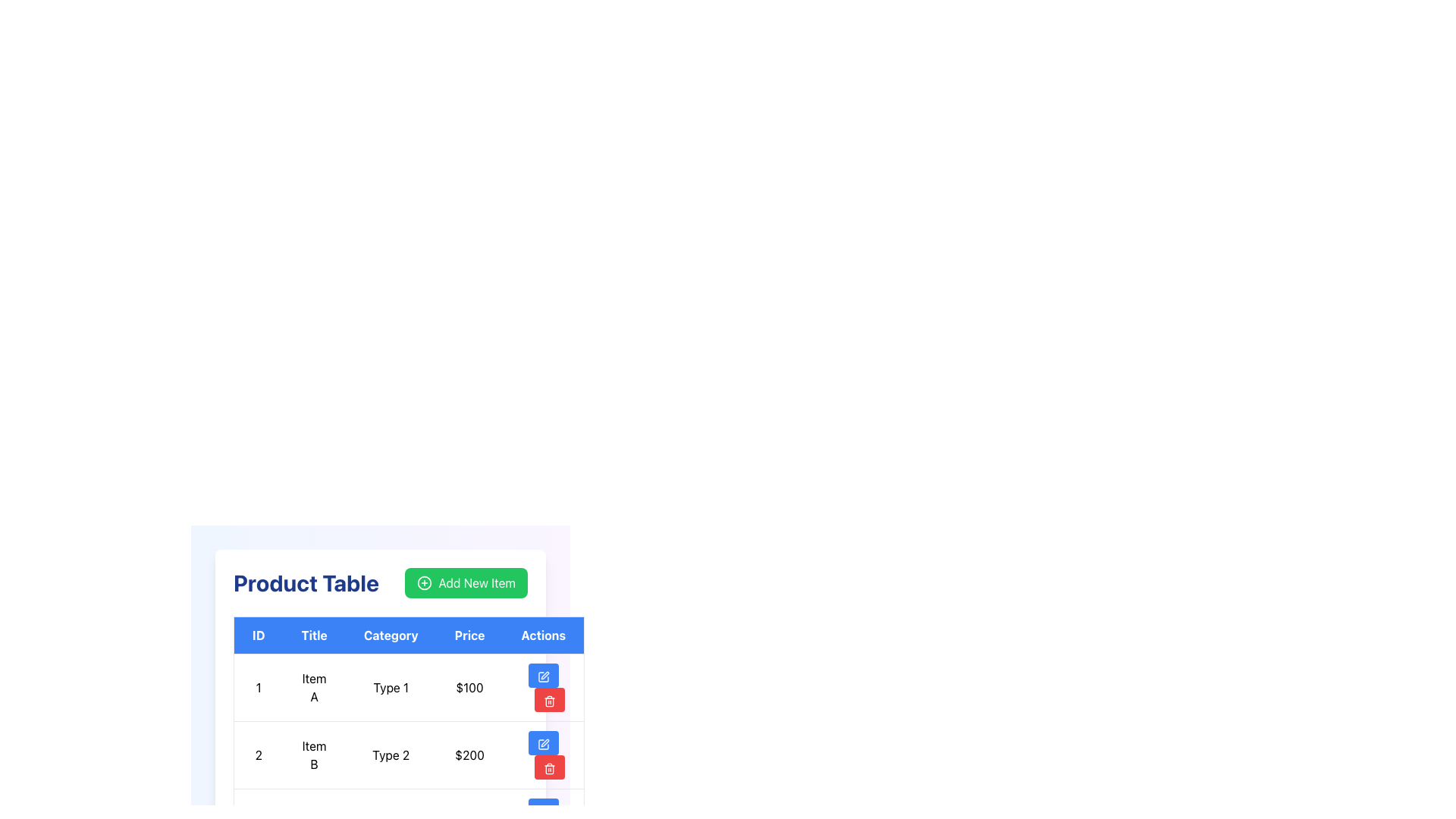 The width and height of the screenshot is (1456, 819). I want to click on the pen icon in the first row of the 'Actions' column in the table, so click(544, 674).